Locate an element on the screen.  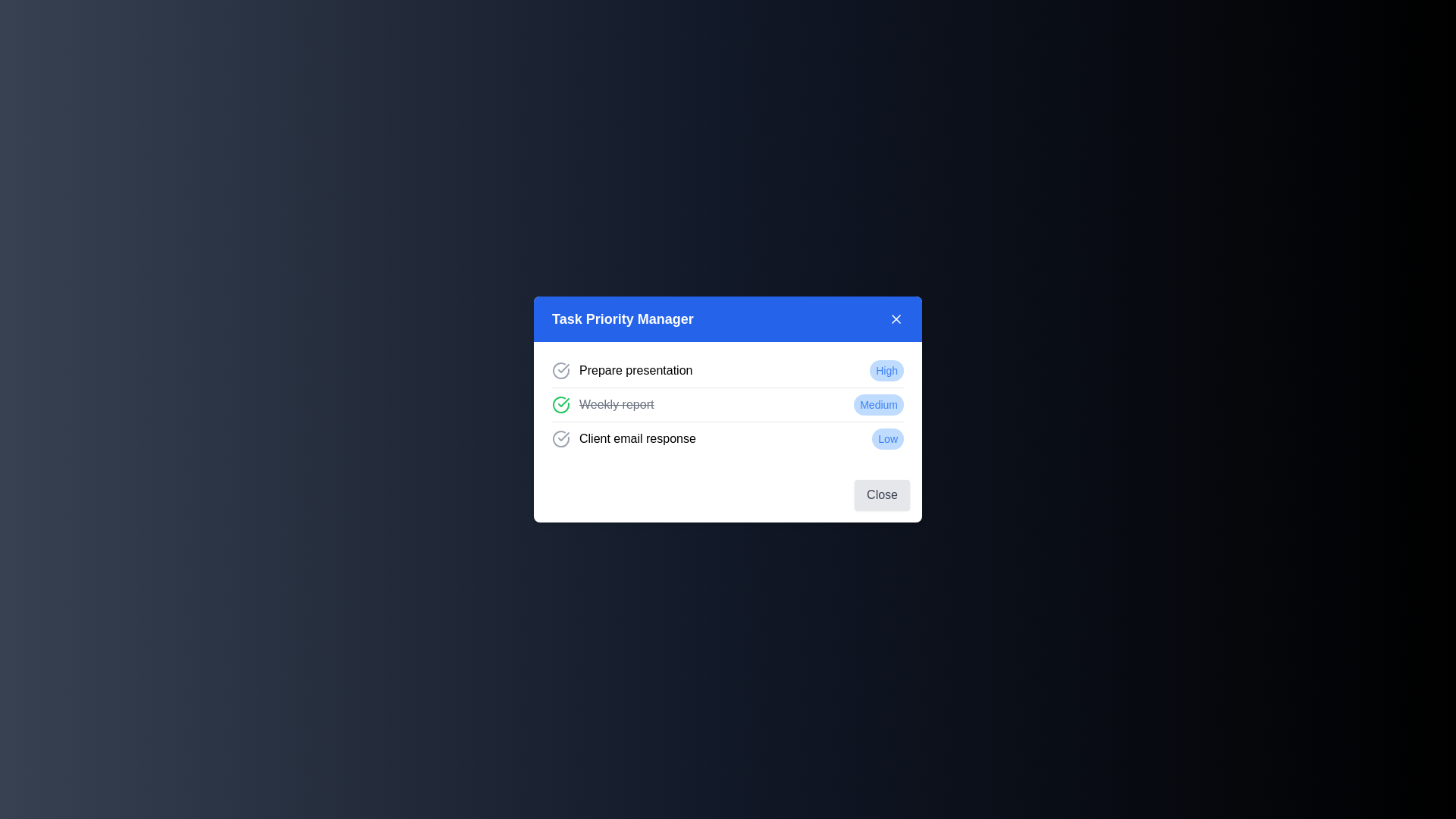
the 'Low' priority level label indicating the priority of the 'Client email response' task, which is located to the far right of its row in the modal dialog is located at coordinates (888, 438).